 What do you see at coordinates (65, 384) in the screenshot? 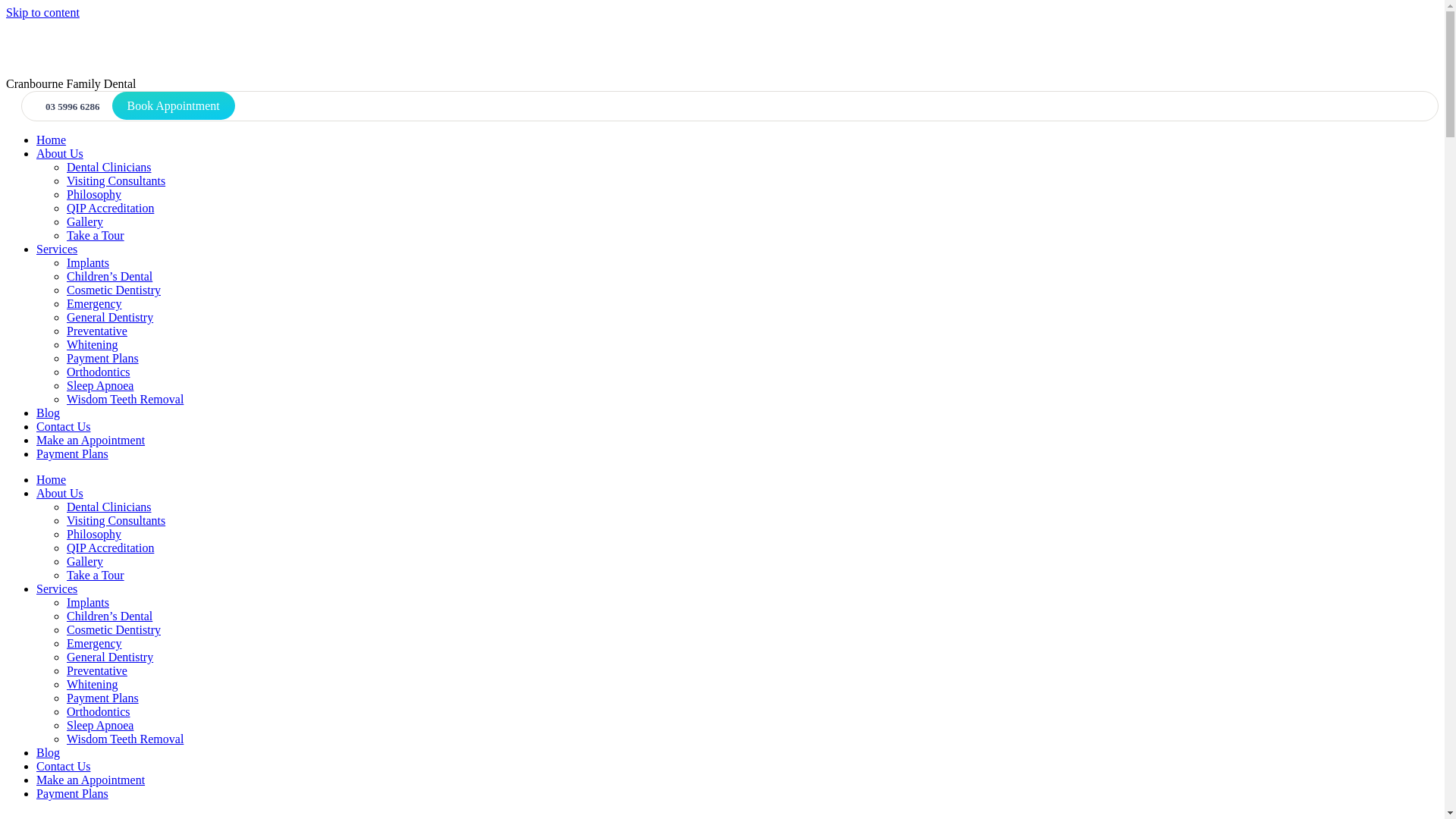
I see `'Sleep Apnoea'` at bounding box center [65, 384].